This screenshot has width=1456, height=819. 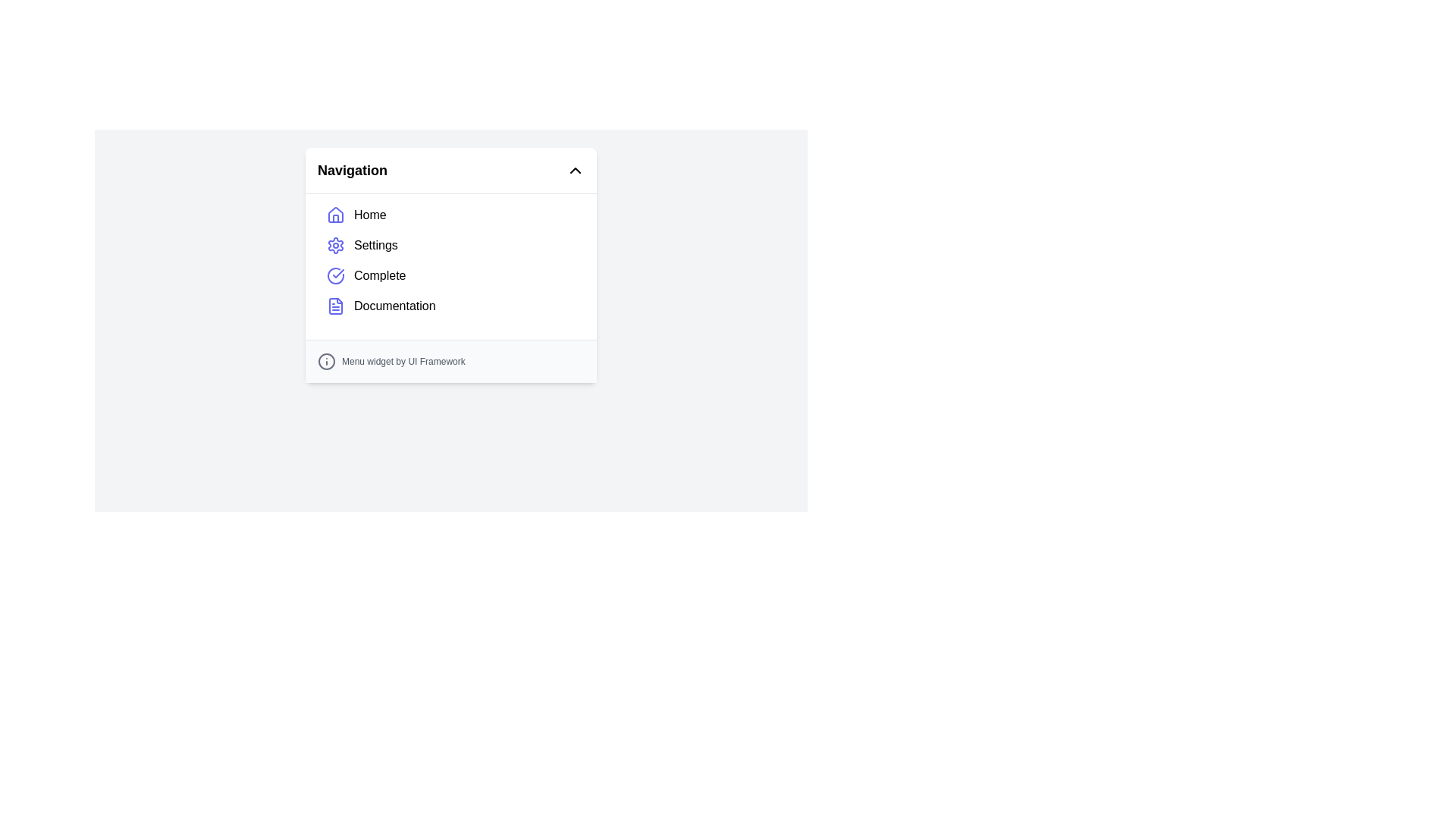 What do you see at coordinates (352, 170) in the screenshot?
I see `the bold text label 'Navigation' located at the top of the dropdown menu` at bounding box center [352, 170].